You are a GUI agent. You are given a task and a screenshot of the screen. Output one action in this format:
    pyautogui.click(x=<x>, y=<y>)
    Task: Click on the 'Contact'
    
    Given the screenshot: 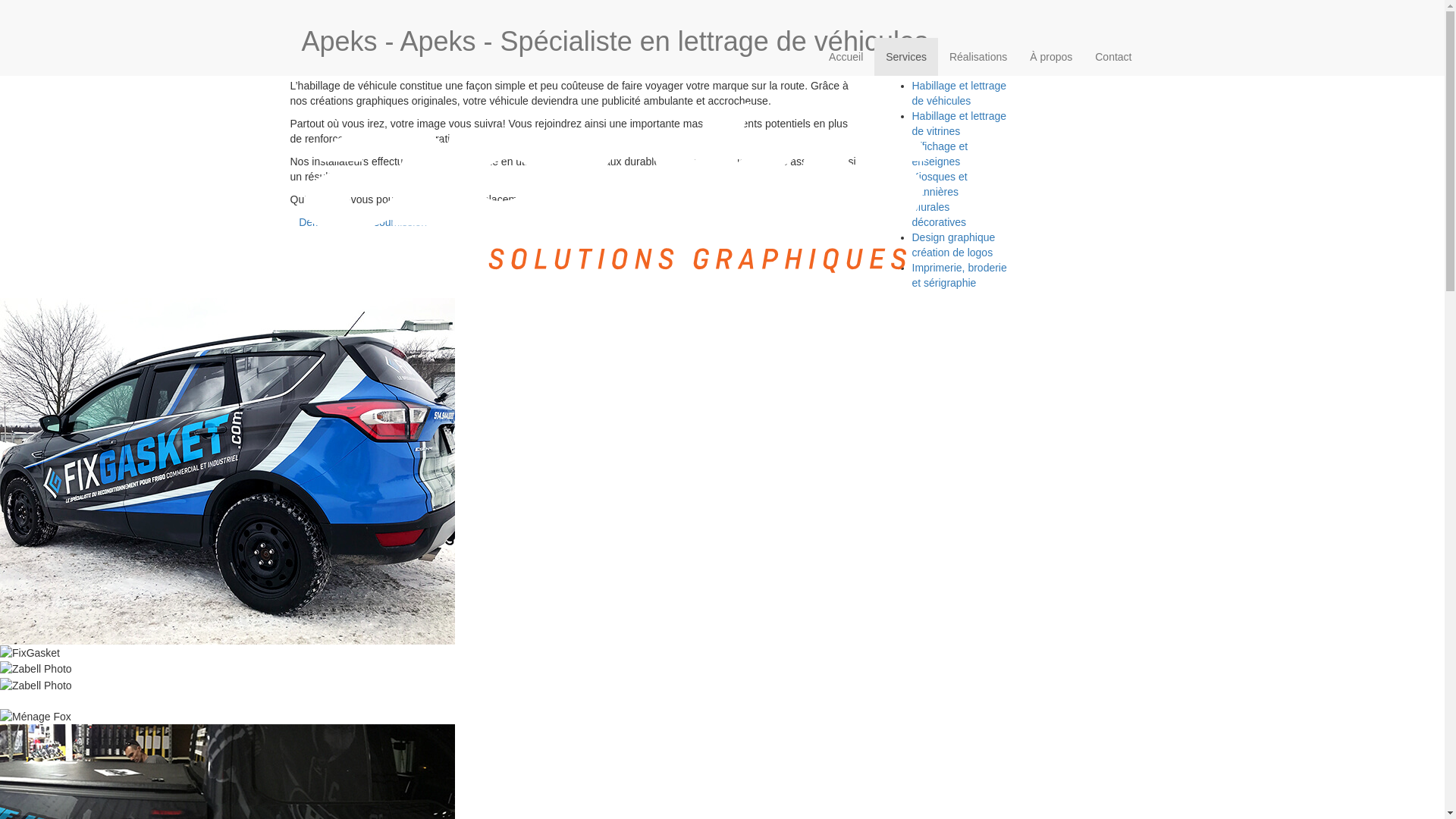 What is the action you would take?
    pyautogui.click(x=1113, y=55)
    